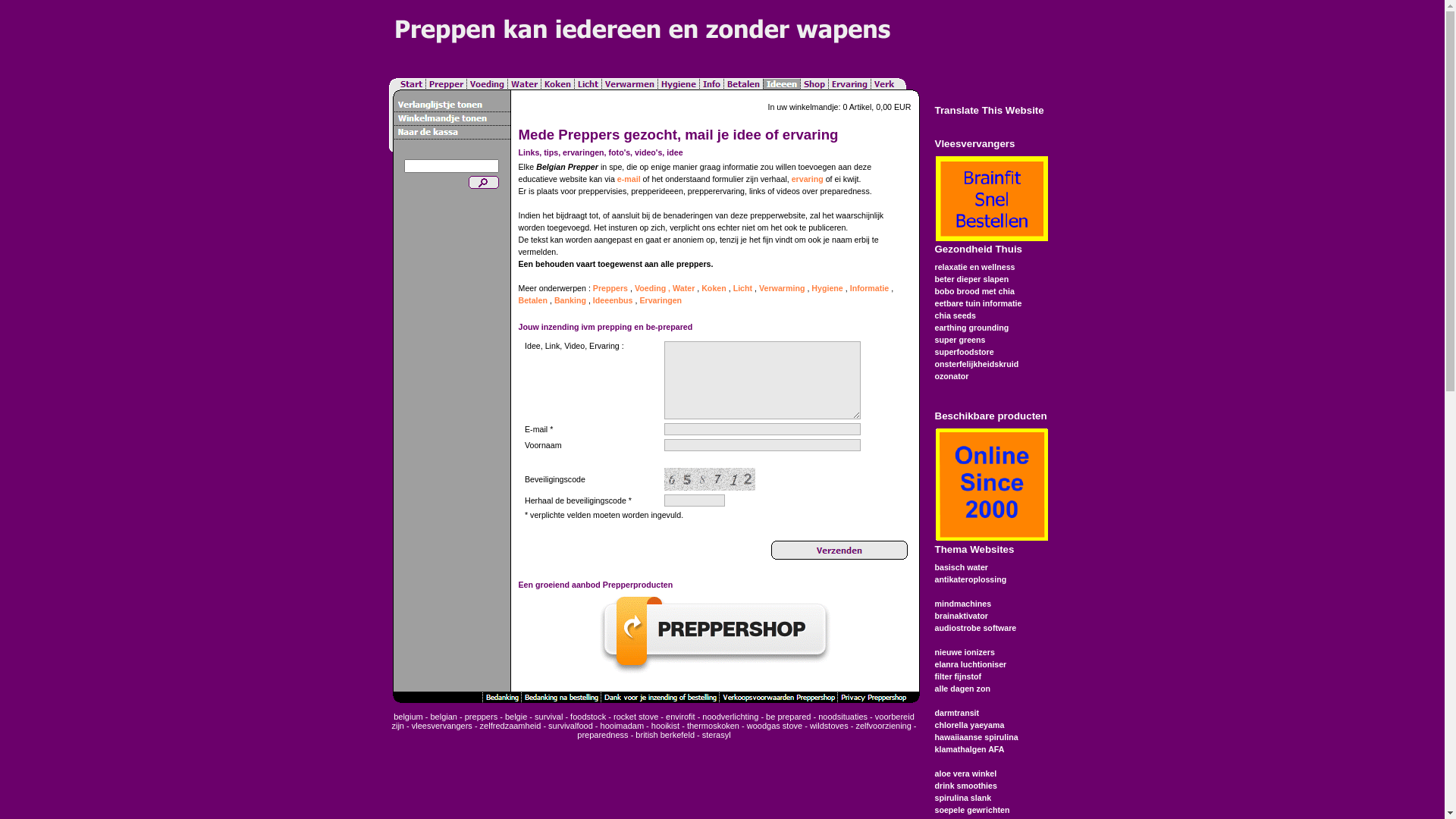 The image size is (1456, 819). Describe the element at coordinates (613, 300) in the screenshot. I see `'Ideeenbus'` at that location.